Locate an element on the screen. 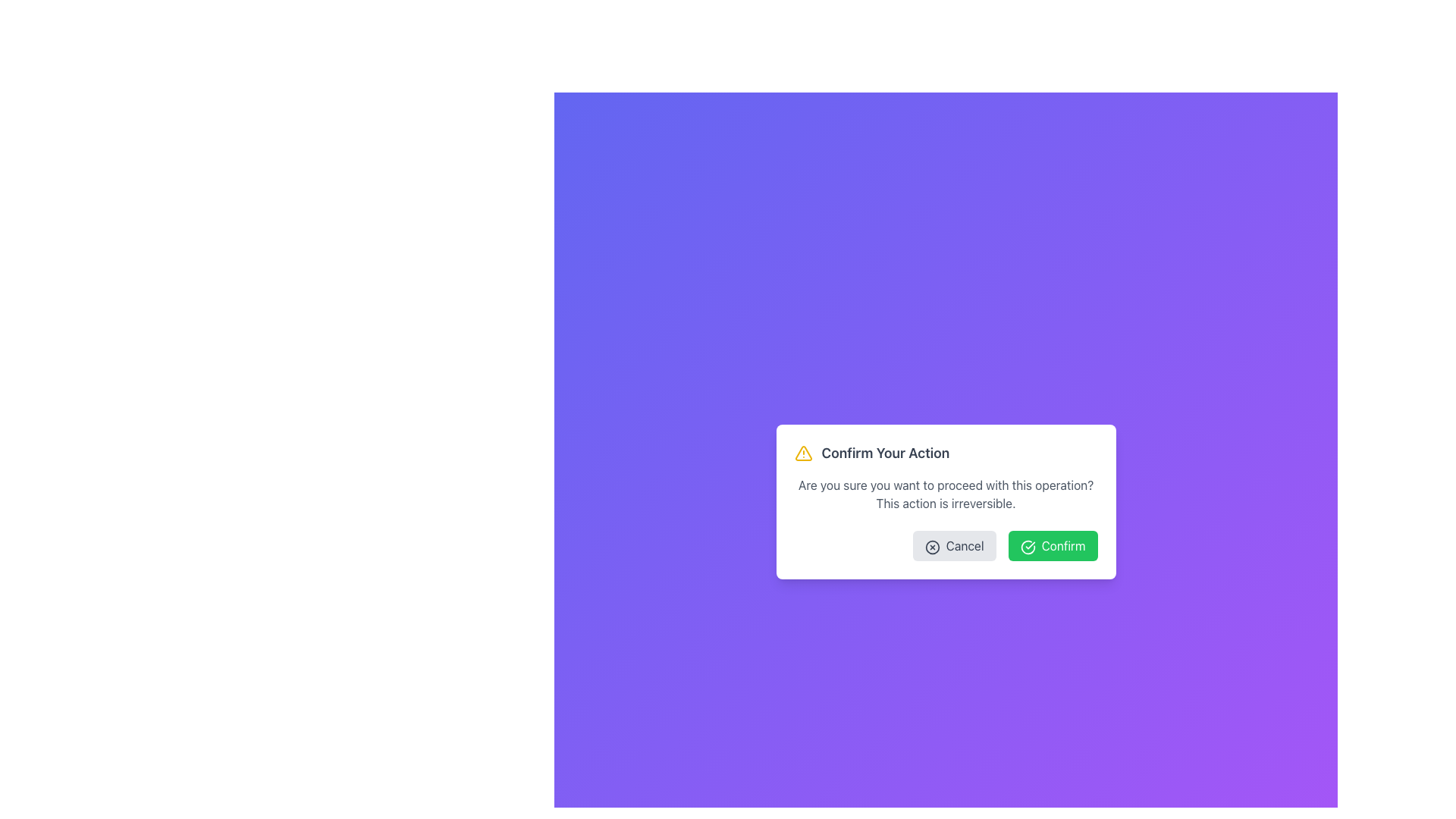 This screenshot has width=1456, height=819. the confirmation message text block located in the modal dialog, positioned below the title 'Confirm Your Action' and above the 'Cancel' and 'Confirm' buttons is located at coordinates (945, 494).